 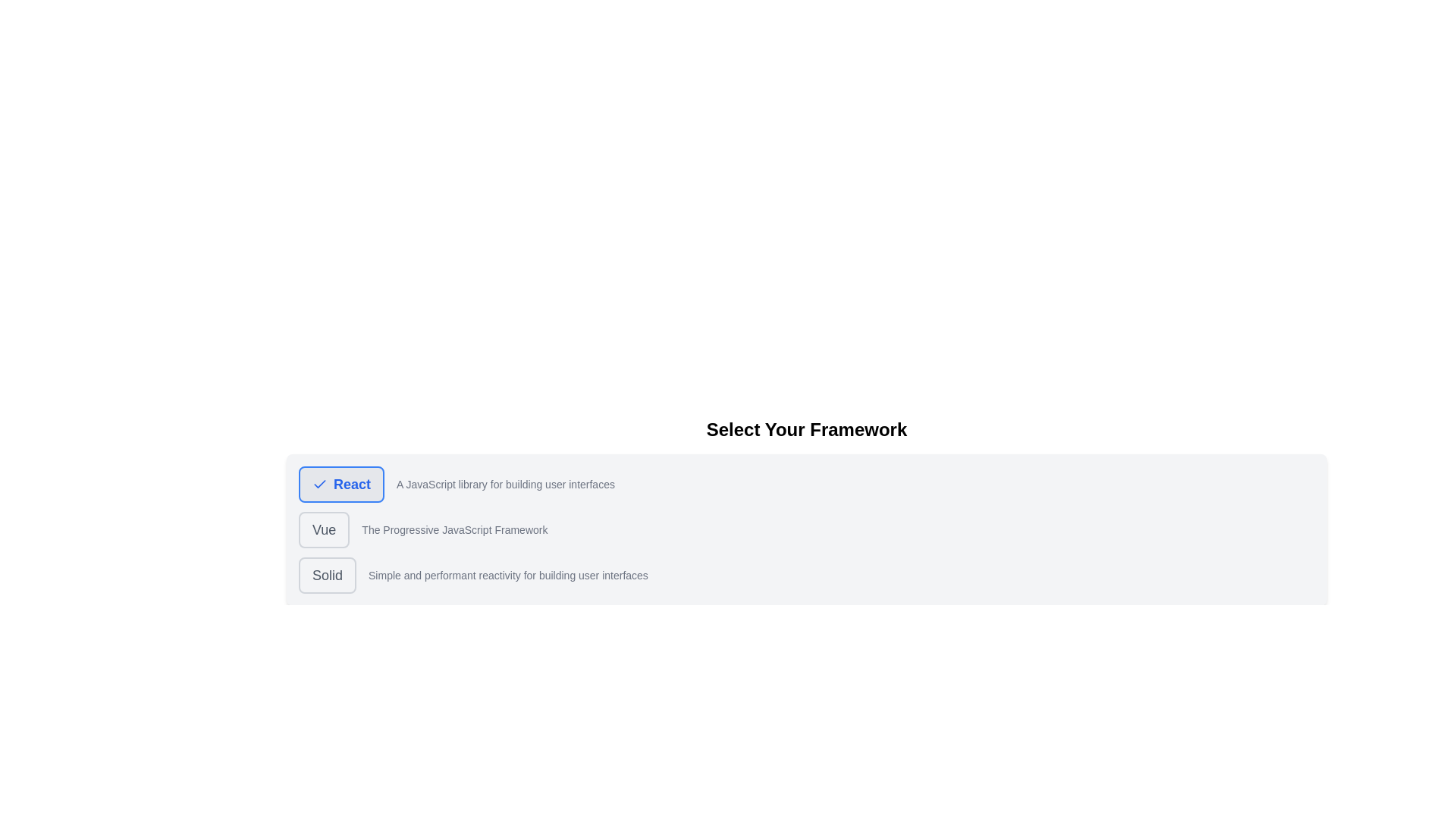 I want to click on the text label that reads 'A JavaScript library for building user interfaces', which is styled in a smaller gray font and located to the right of a large clickable React button, so click(x=506, y=485).